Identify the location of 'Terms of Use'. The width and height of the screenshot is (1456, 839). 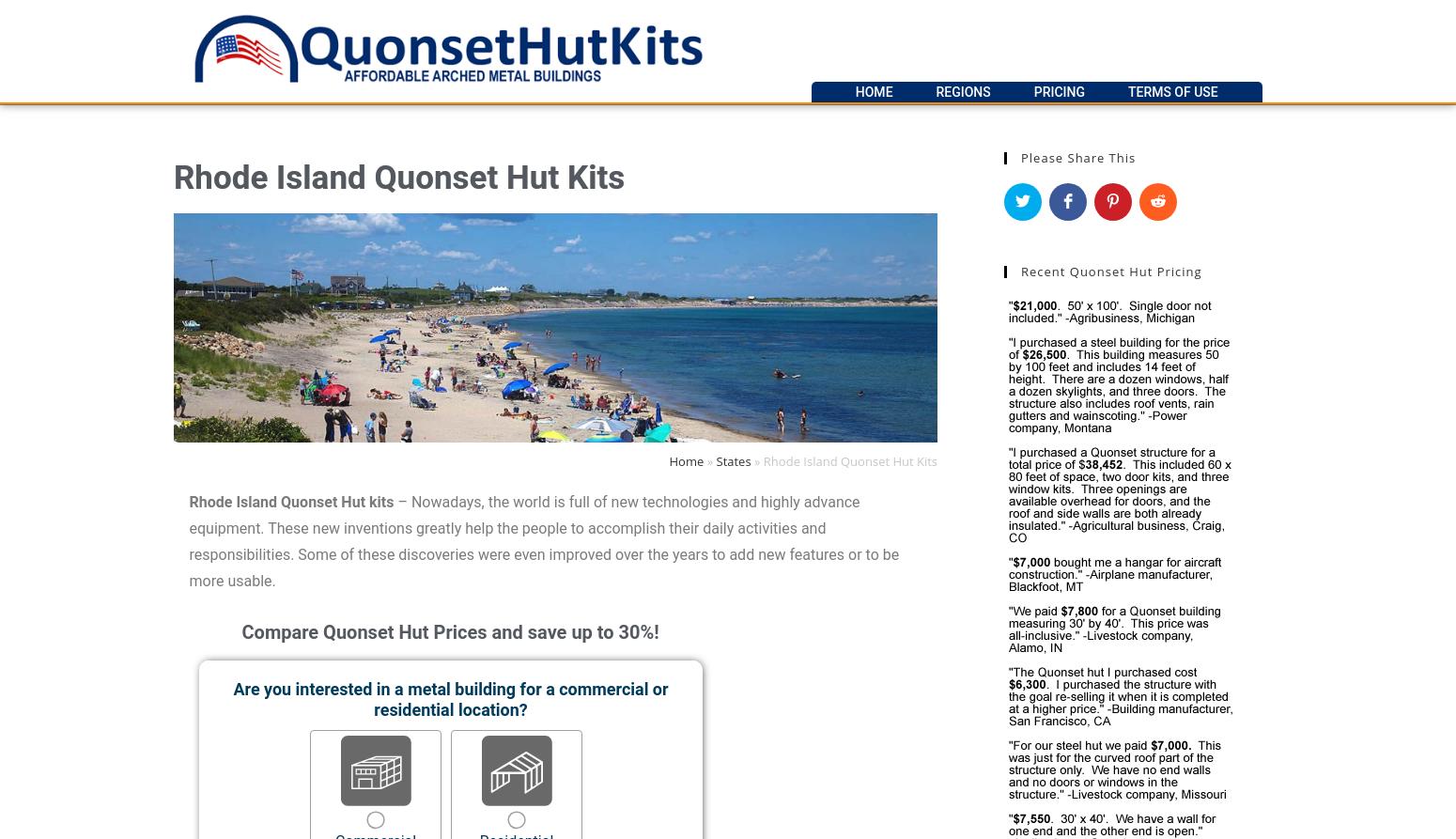
(1171, 91).